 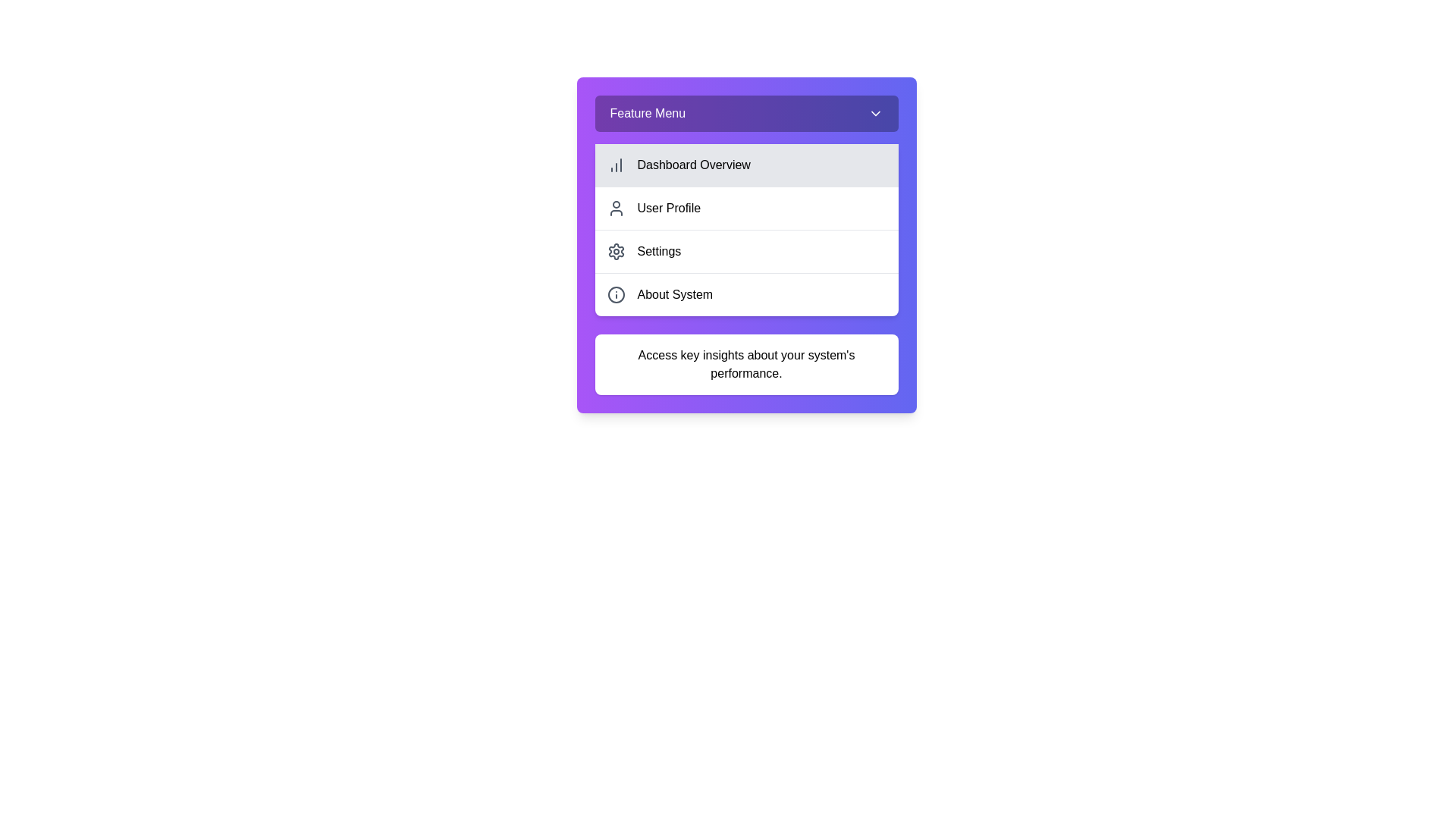 I want to click on the user icon styled as a circle representing a head and shoulders, which is gray and located next to the 'User Profile' text in the second row of the vertical menu, so click(x=616, y=208).